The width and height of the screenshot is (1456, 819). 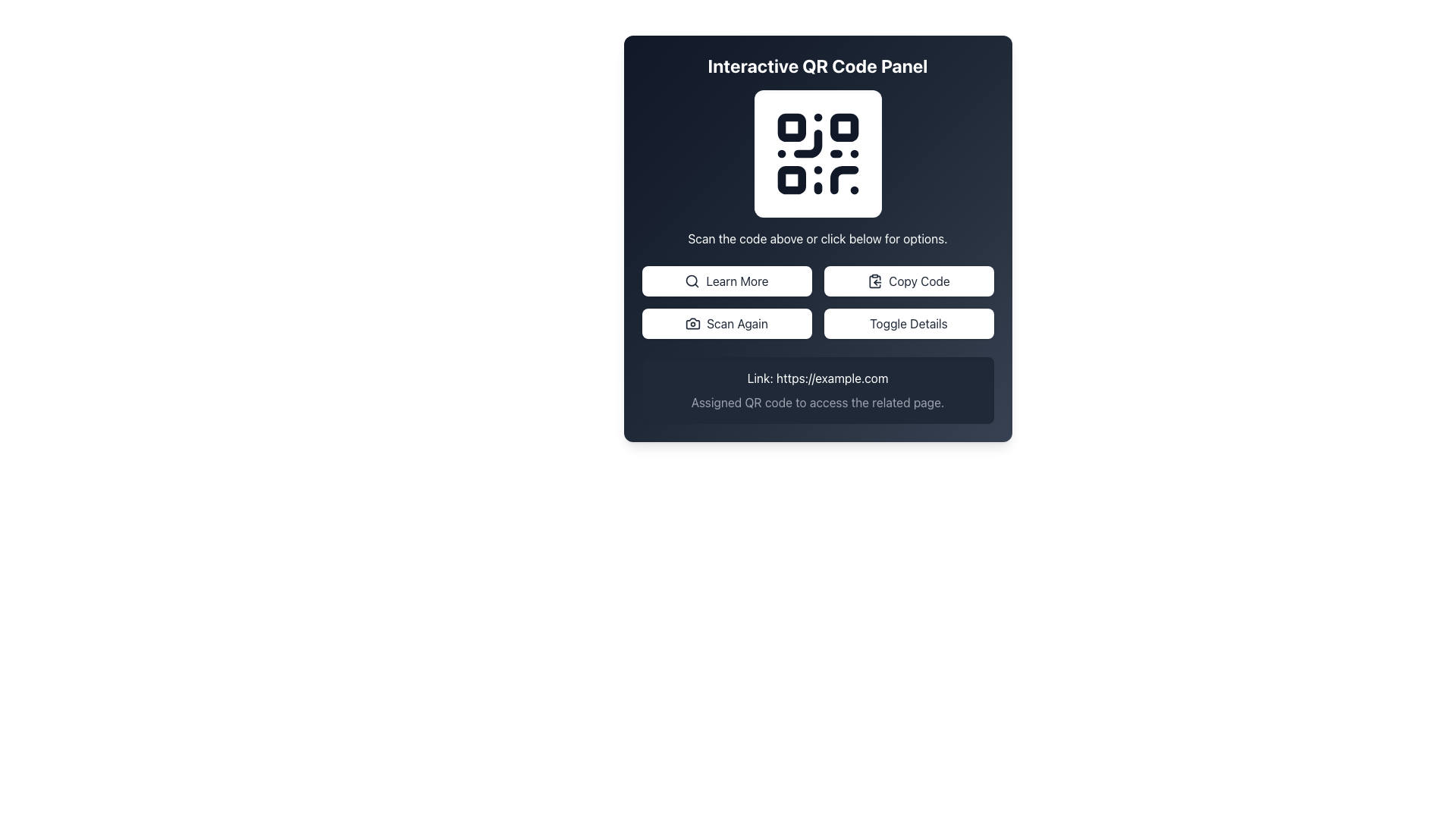 I want to click on the magnifying glass icon located to the left of the 'Learn More' text, so click(x=692, y=281).